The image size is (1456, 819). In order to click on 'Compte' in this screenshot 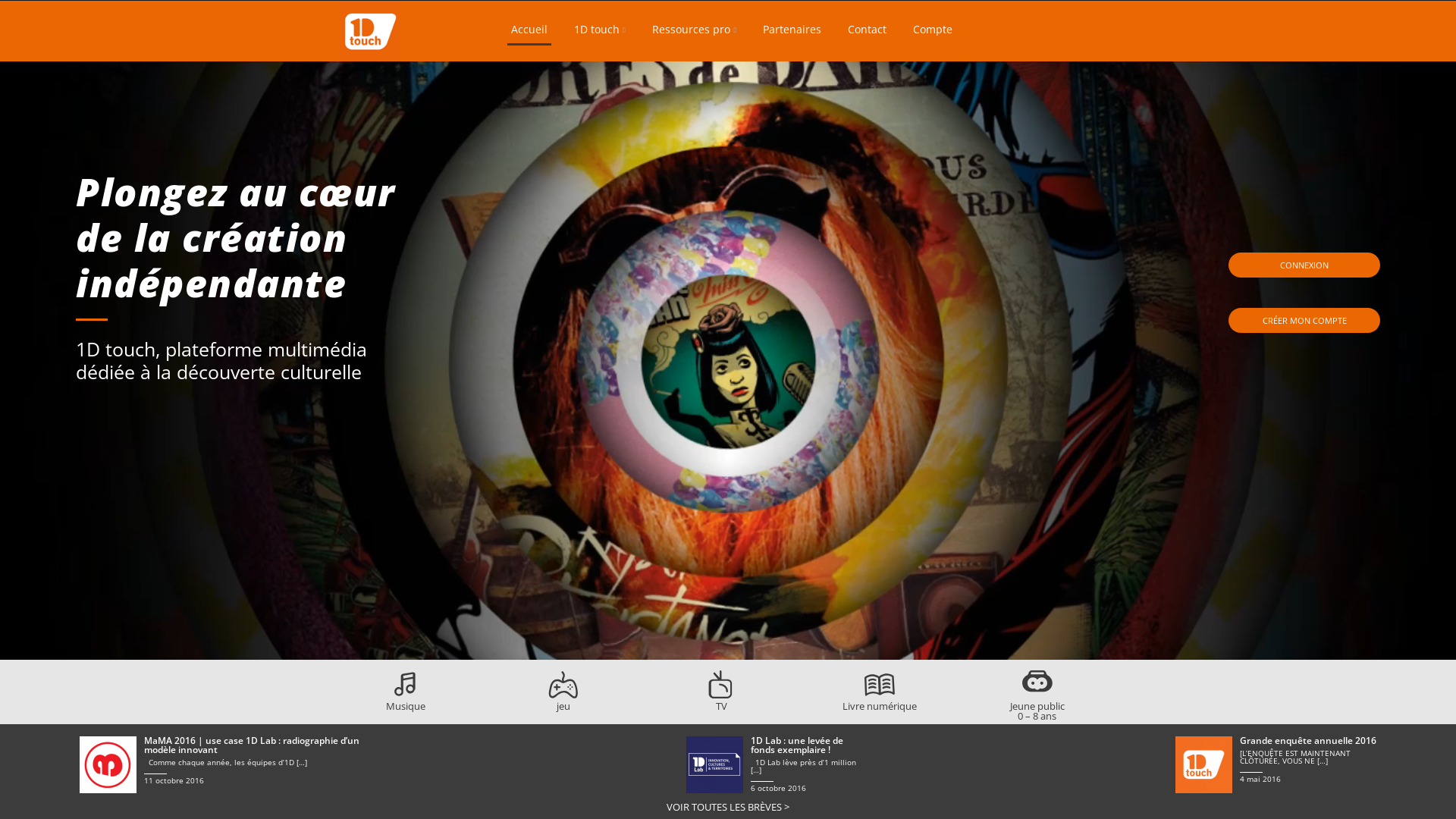, I will do `click(931, 31)`.